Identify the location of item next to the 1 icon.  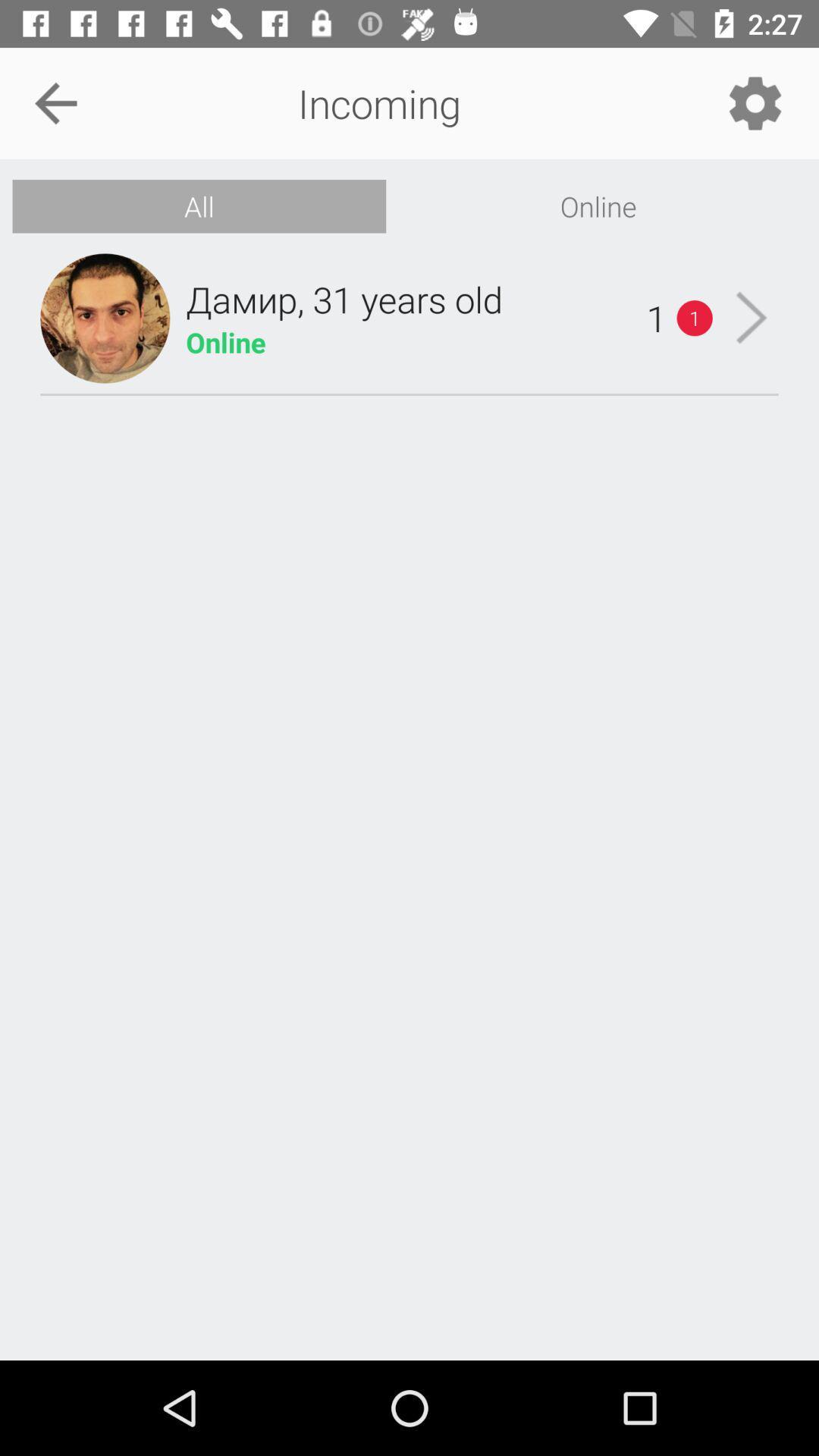
(344, 299).